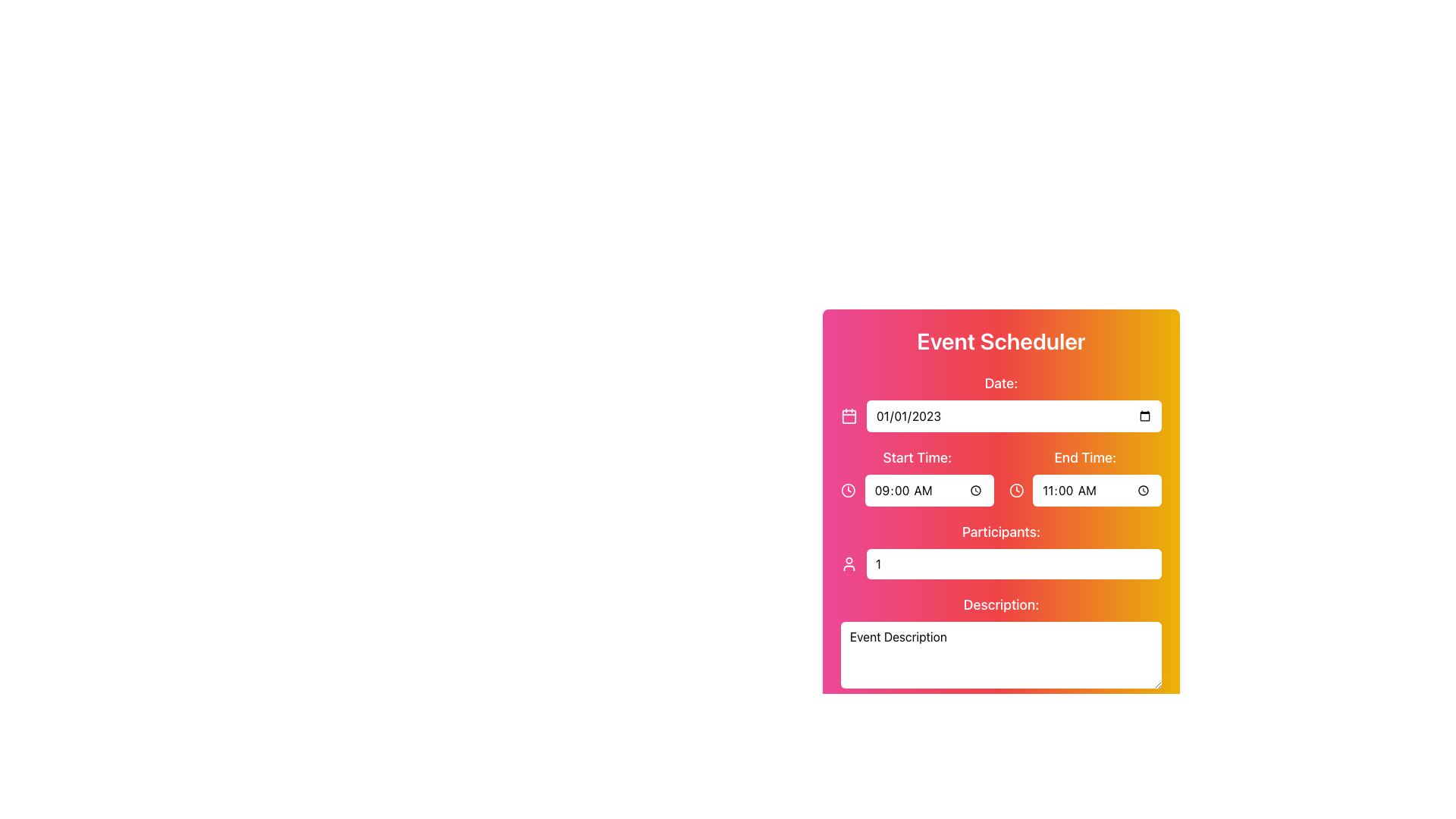 The width and height of the screenshot is (1456, 819). Describe the element at coordinates (1084, 475) in the screenshot. I see `the Text Label indicating the end time of an event, positioned beneath the 'Start Time:' field` at that location.